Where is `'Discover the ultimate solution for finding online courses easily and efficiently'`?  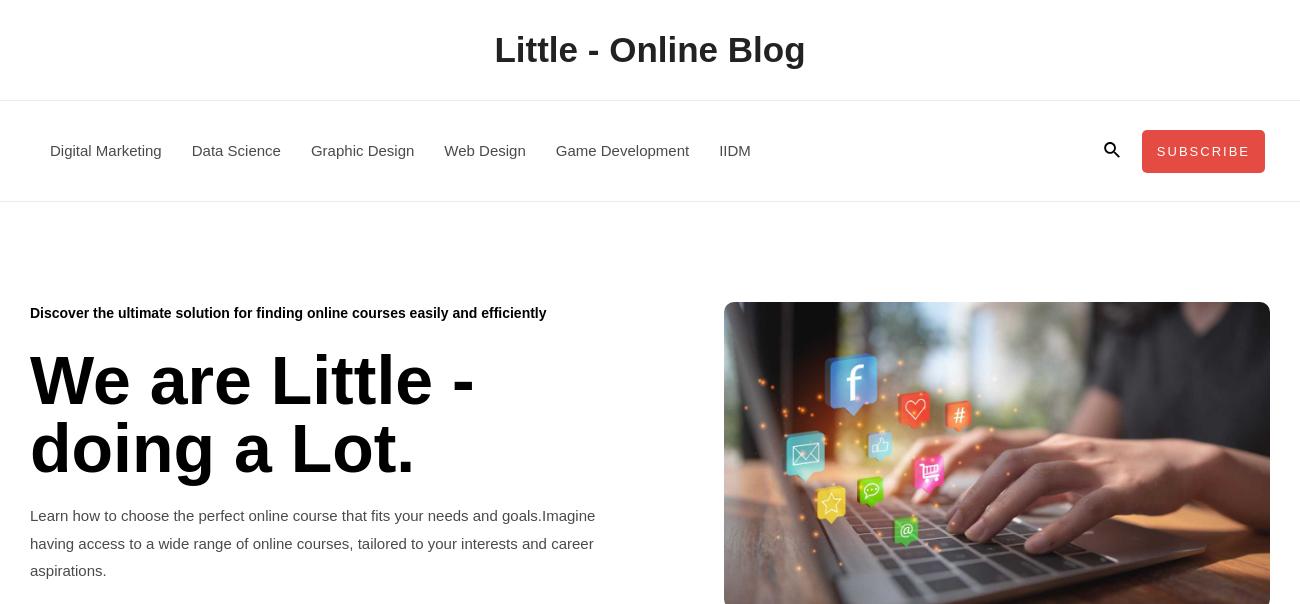 'Discover the ultimate solution for finding online courses easily and efficiently' is located at coordinates (287, 312).